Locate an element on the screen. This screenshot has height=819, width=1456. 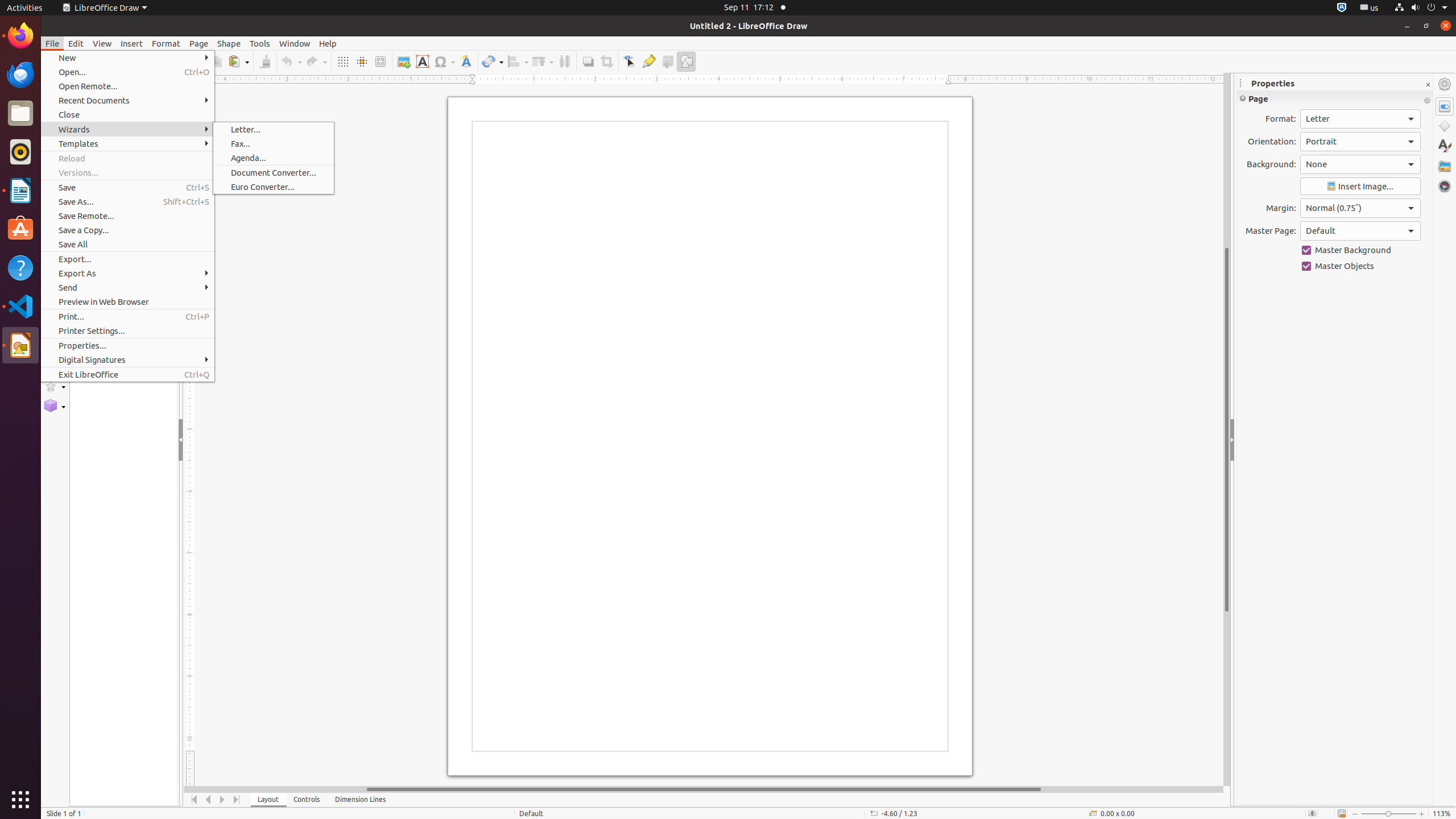
'Open...' is located at coordinates (127, 72).